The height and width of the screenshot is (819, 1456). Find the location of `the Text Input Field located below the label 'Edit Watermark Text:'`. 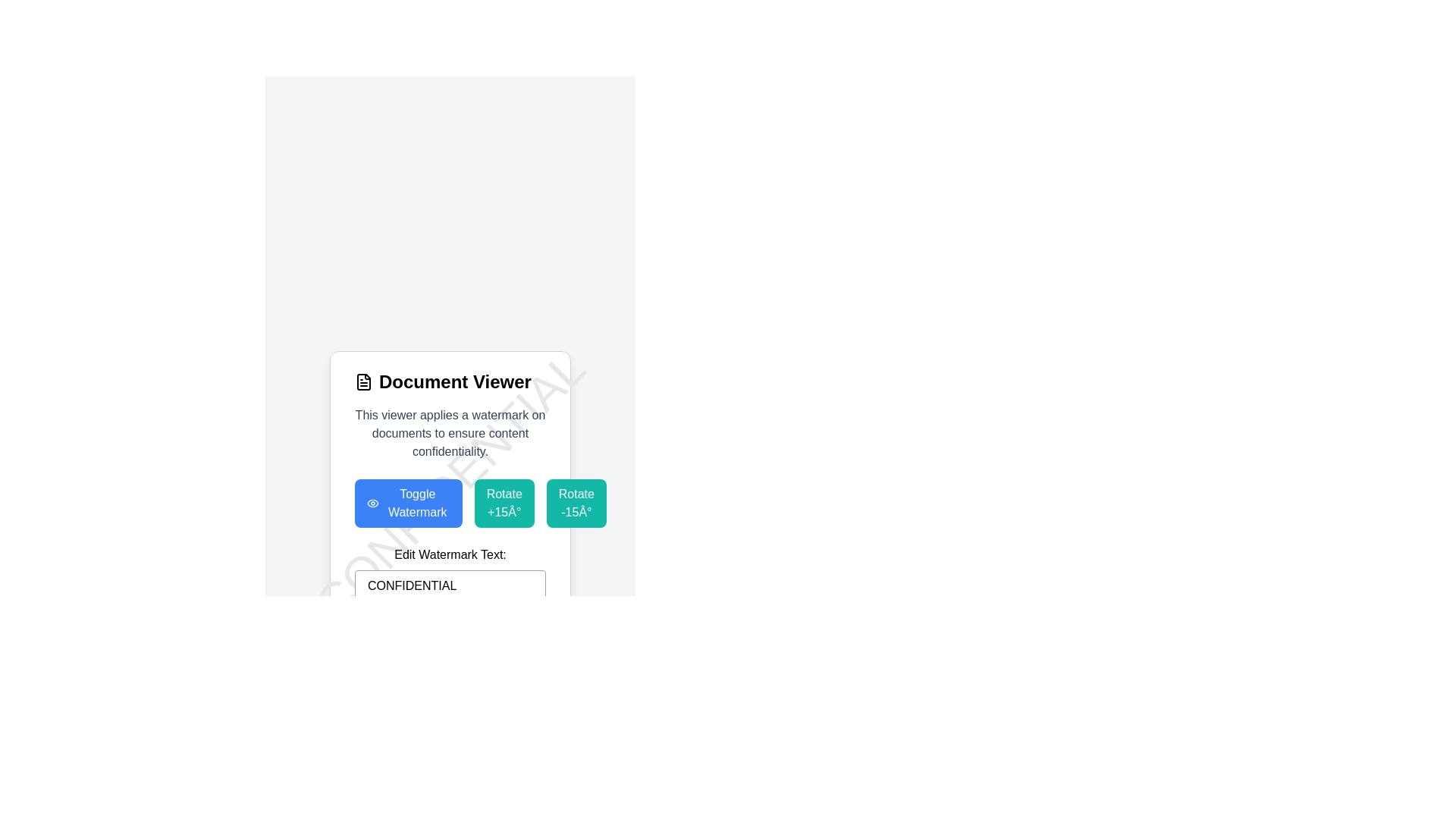

the Text Input Field located below the label 'Edit Watermark Text:' is located at coordinates (450, 585).